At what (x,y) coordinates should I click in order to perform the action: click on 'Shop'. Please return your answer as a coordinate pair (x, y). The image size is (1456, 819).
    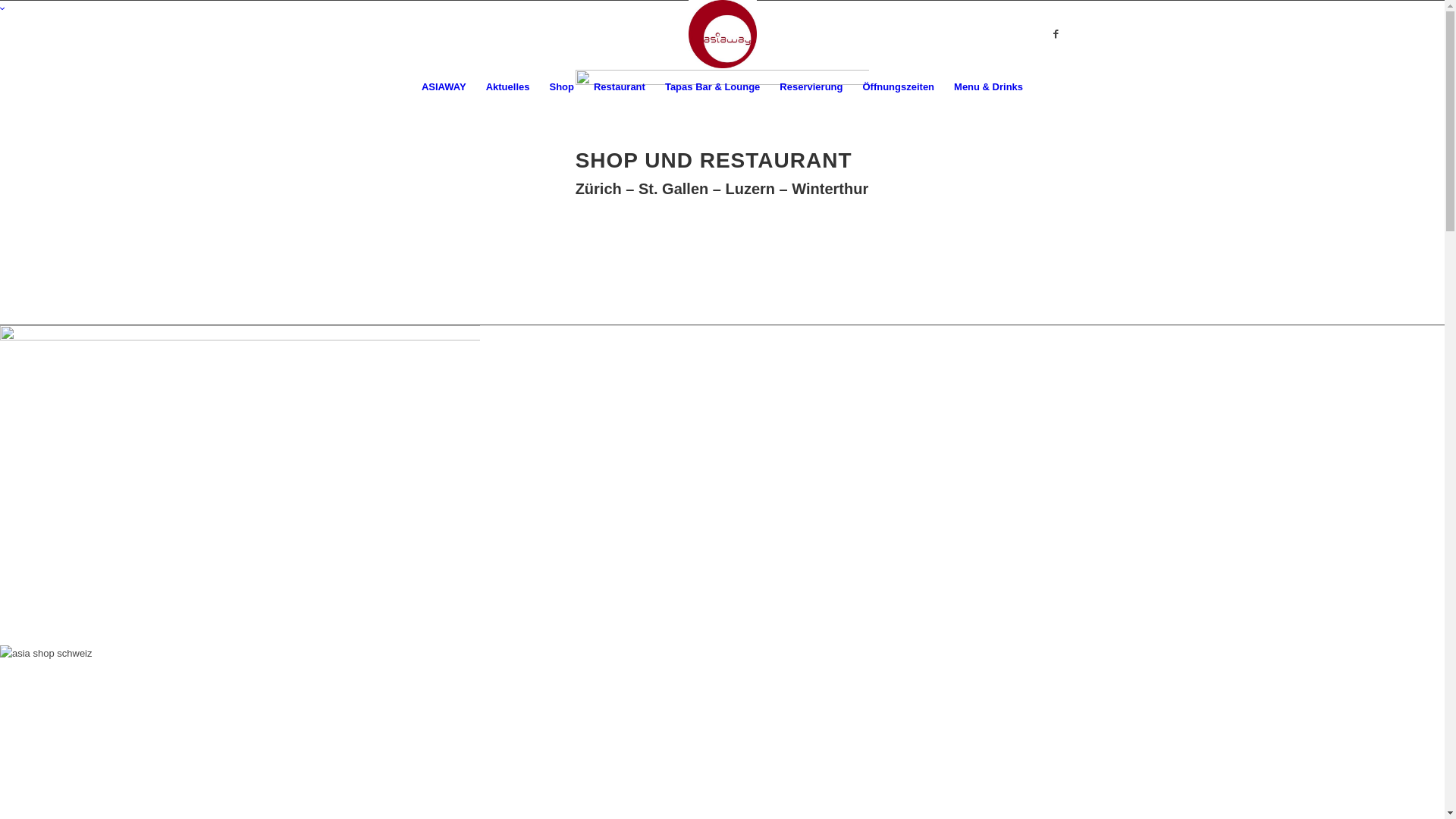
    Looking at the image, I should click on (560, 87).